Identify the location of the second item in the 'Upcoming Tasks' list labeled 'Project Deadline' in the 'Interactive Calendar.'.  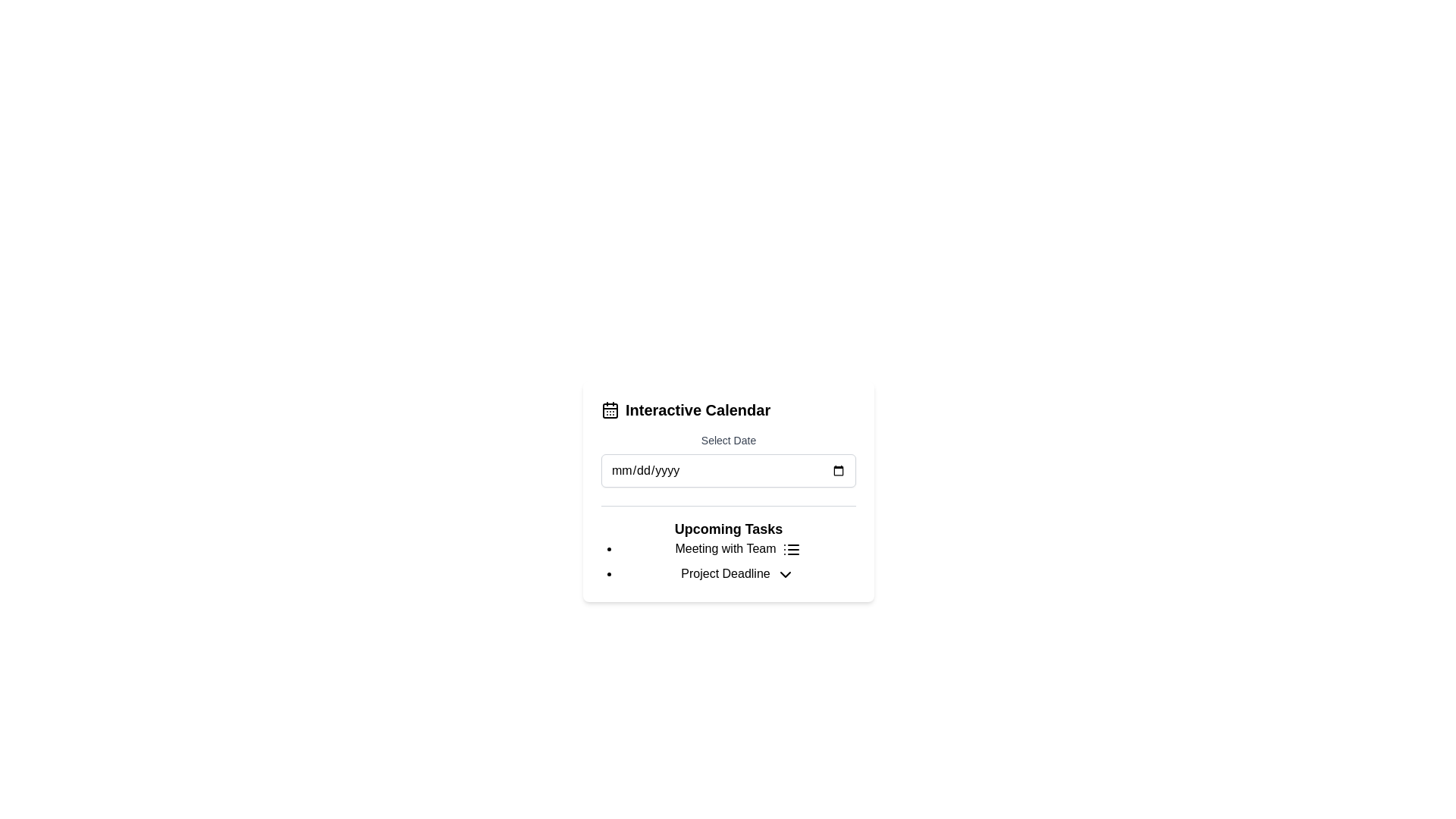
(738, 573).